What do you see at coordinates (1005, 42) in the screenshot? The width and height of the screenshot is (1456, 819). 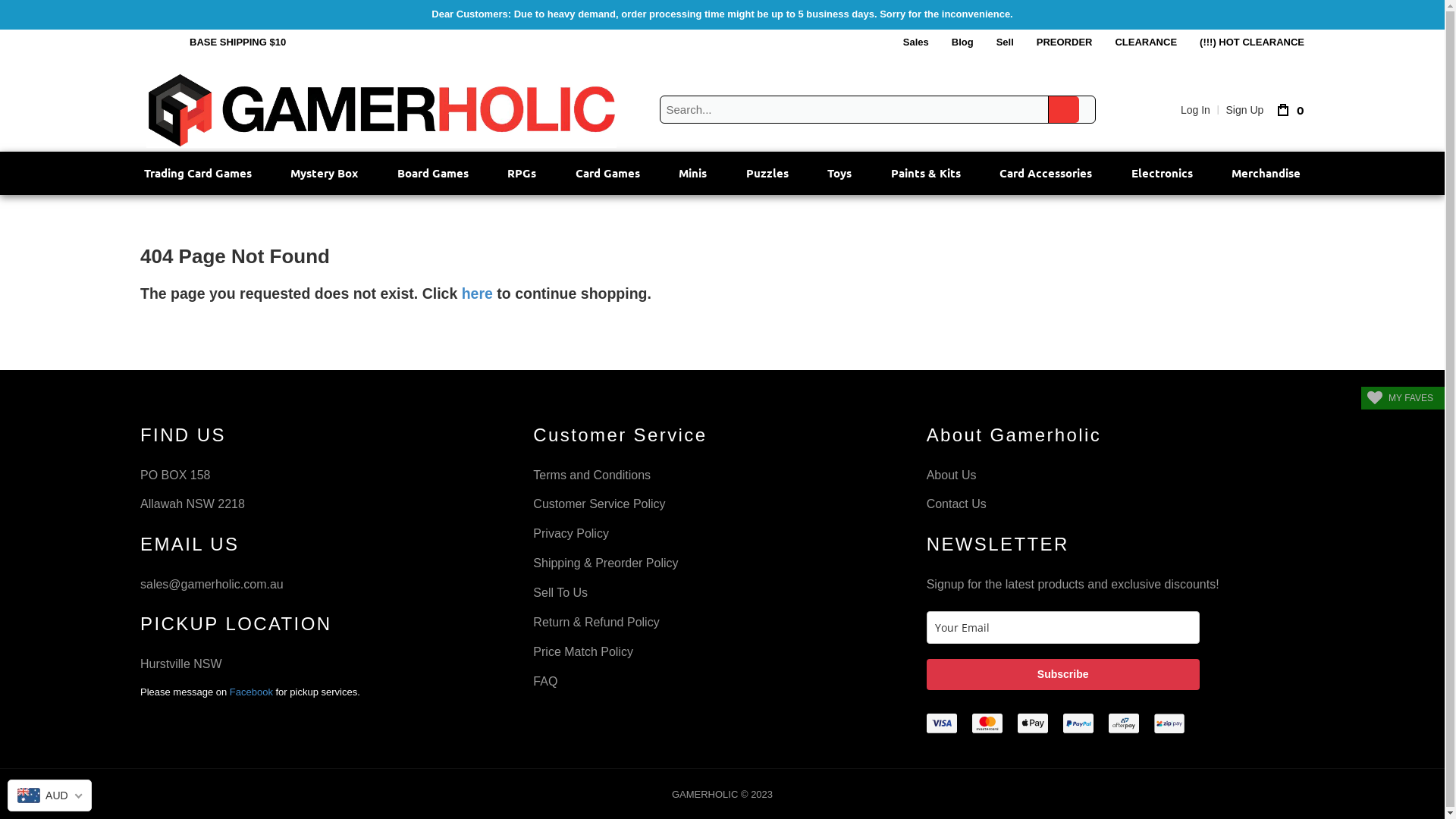 I see `'Sell'` at bounding box center [1005, 42].